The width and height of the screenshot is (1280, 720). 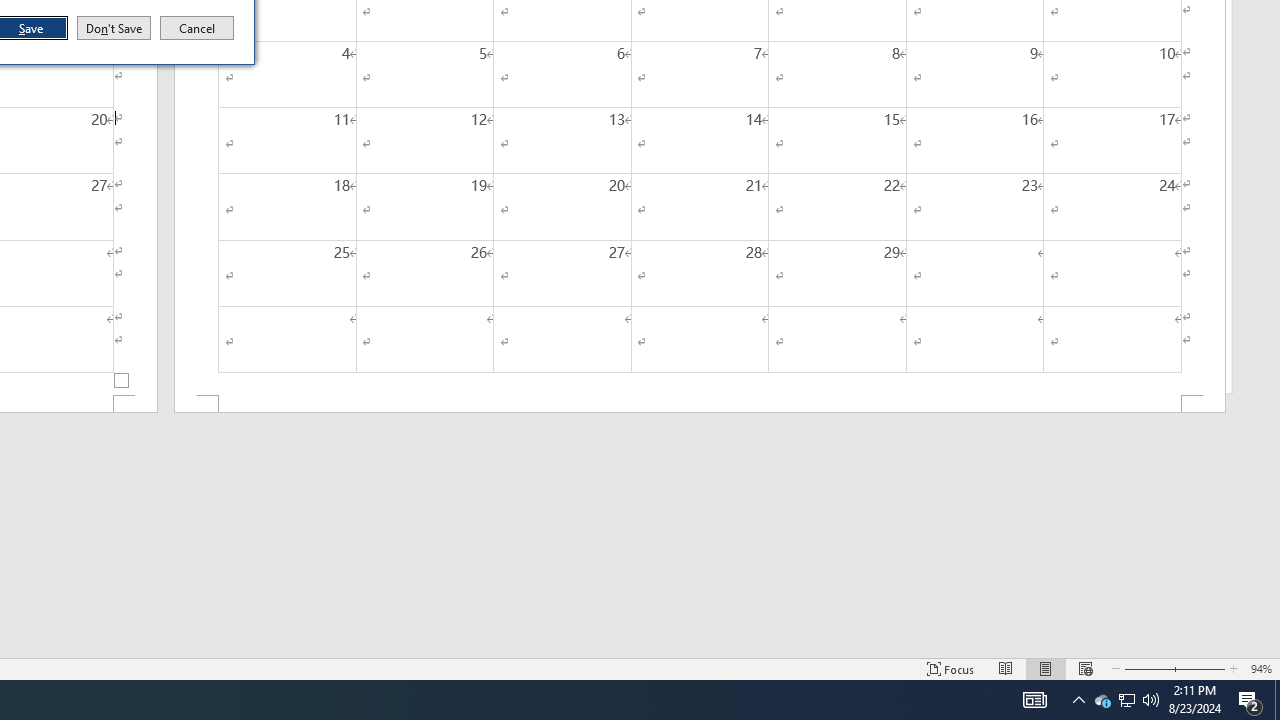 I want to click on 'Footer -Section 2-', so click(x=700, y=404).